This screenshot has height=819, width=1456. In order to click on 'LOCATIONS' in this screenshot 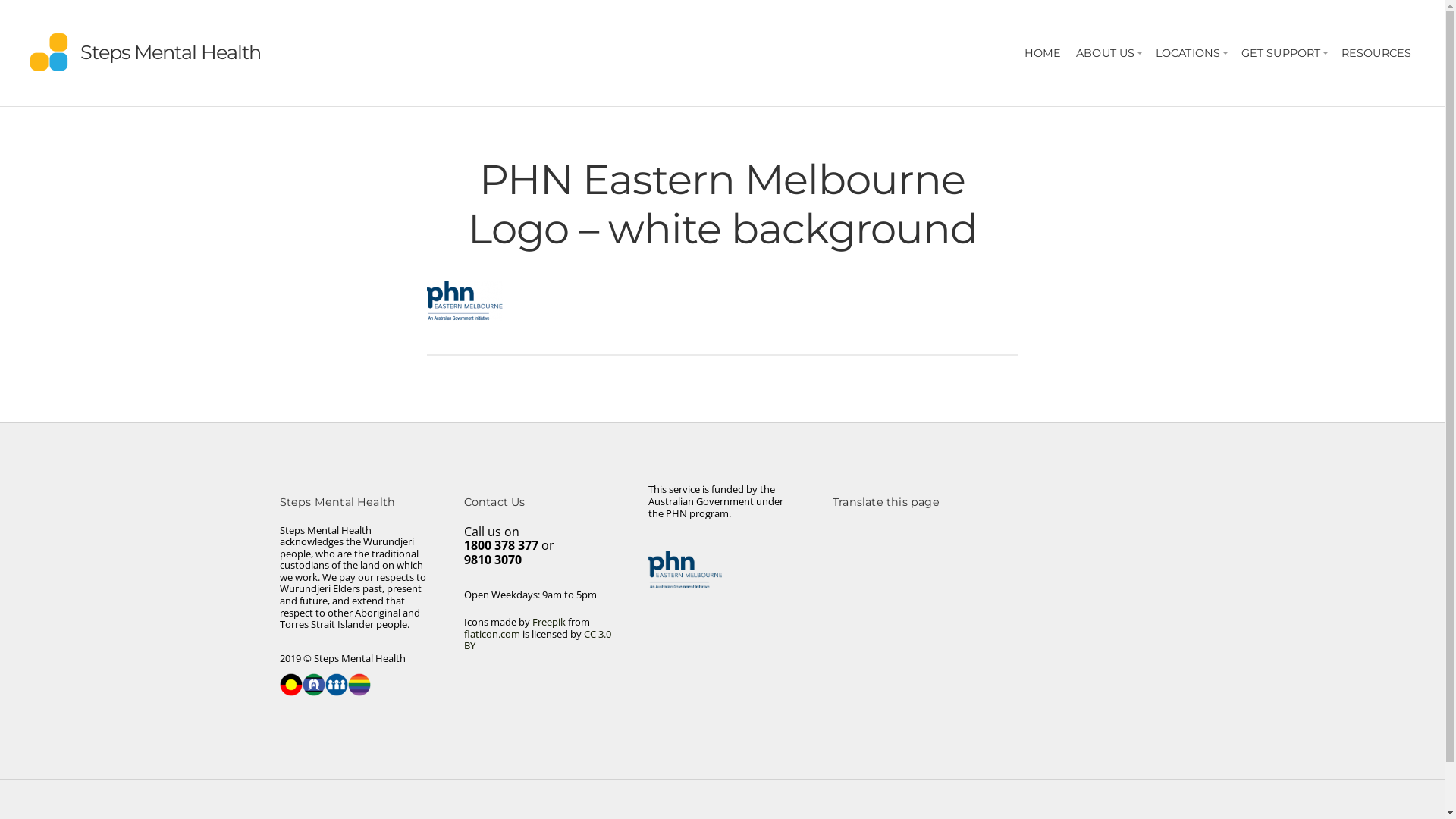, I will do `click(1190, 52)`.